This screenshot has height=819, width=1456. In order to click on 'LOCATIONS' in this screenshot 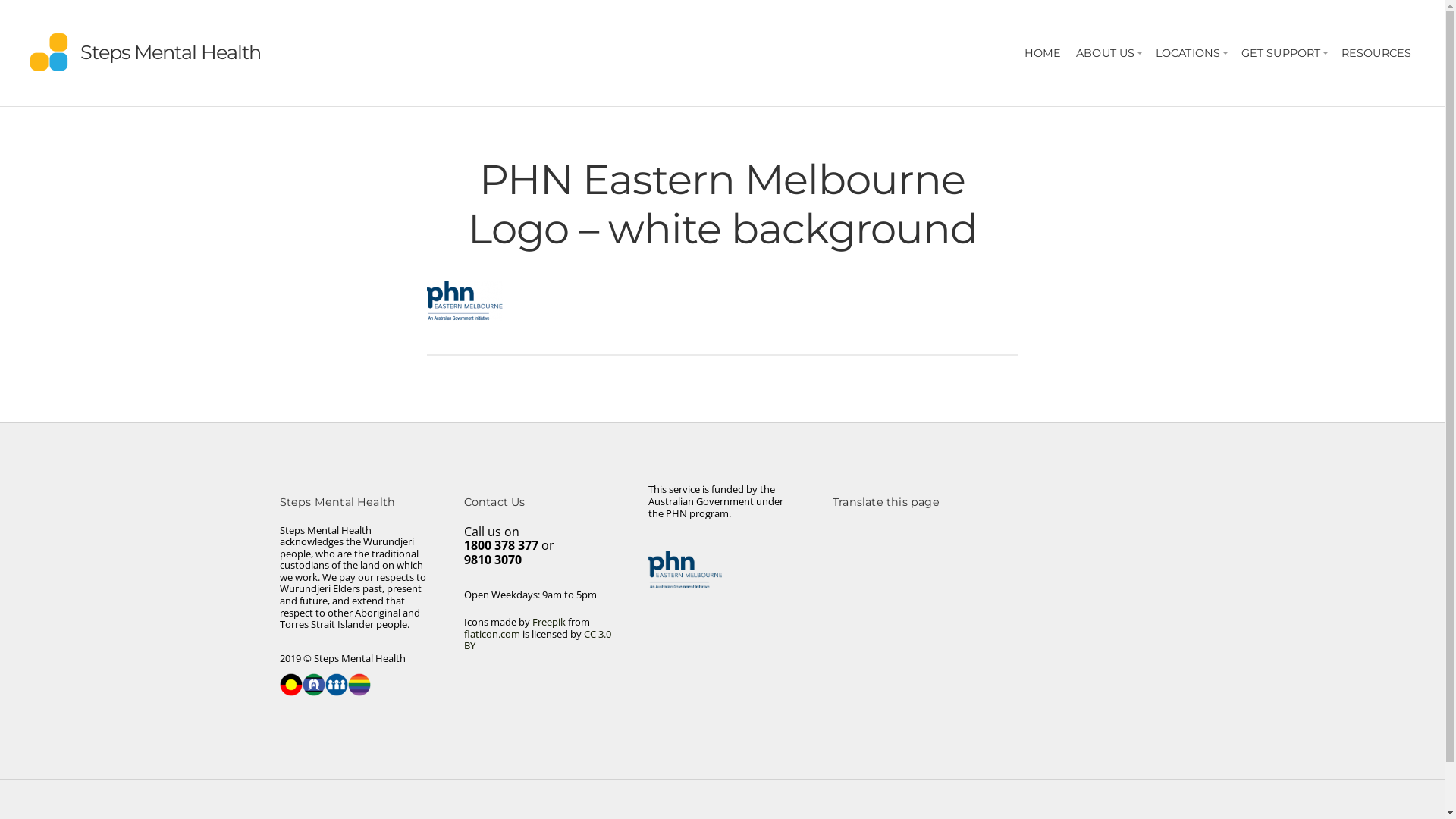, I will do `click(1190, 52)`.